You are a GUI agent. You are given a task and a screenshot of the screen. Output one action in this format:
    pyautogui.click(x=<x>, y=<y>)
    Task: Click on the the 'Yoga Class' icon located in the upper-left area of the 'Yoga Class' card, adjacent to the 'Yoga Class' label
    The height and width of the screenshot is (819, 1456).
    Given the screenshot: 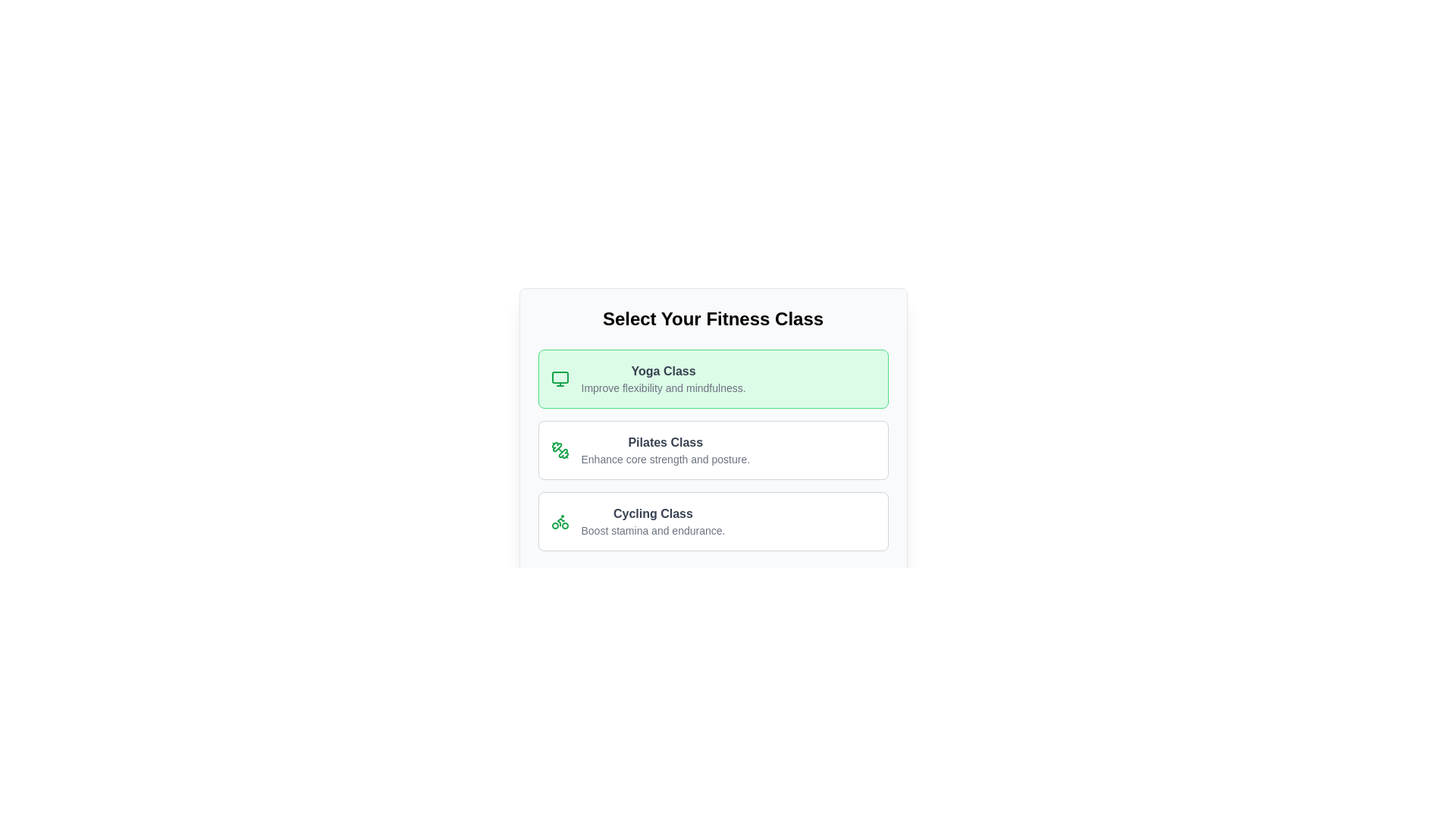 What is the action you would take?
    pyautogui.click(x=559, y=378)
    